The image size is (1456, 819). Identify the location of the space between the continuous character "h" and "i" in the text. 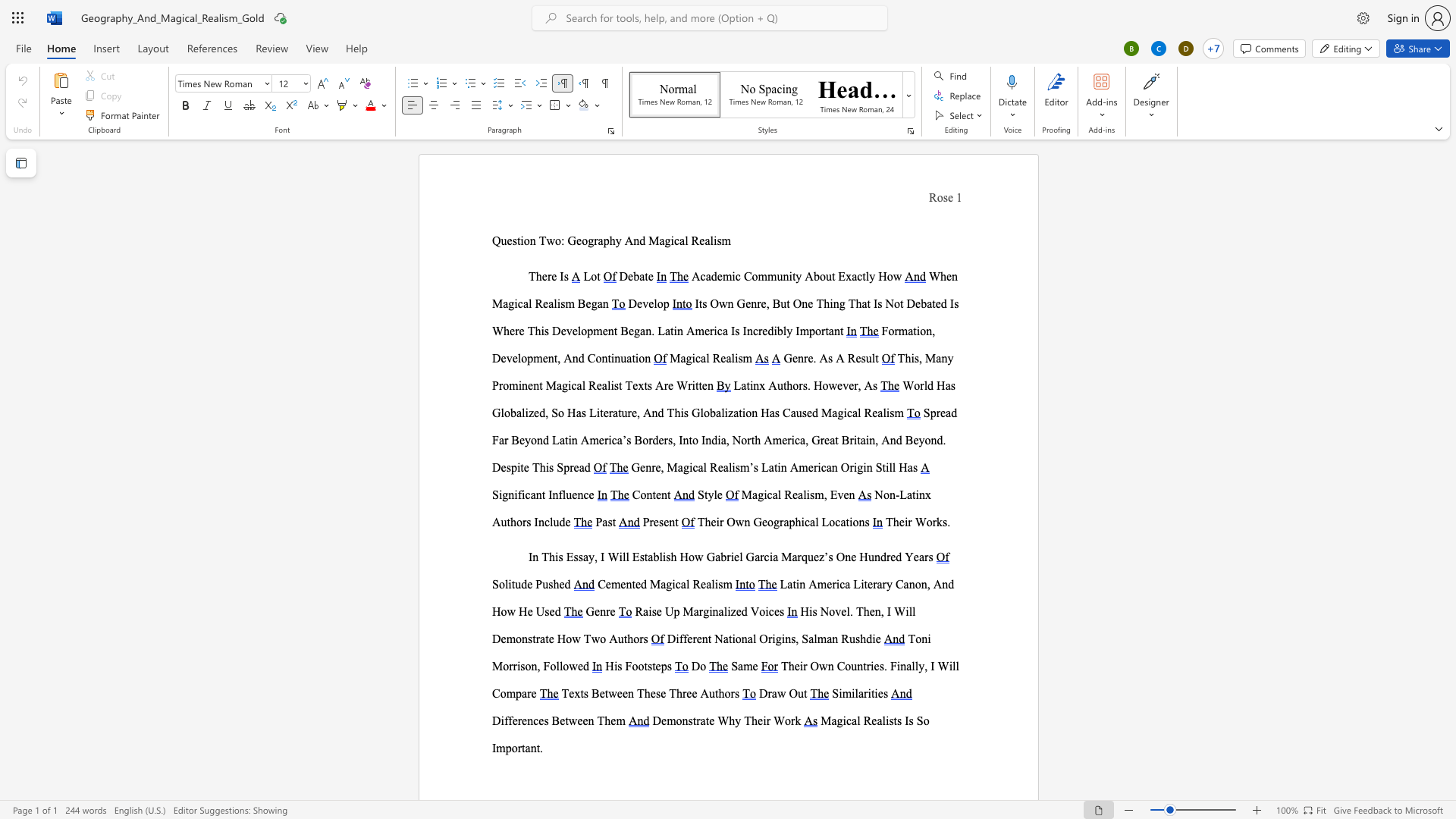
(554, 557).